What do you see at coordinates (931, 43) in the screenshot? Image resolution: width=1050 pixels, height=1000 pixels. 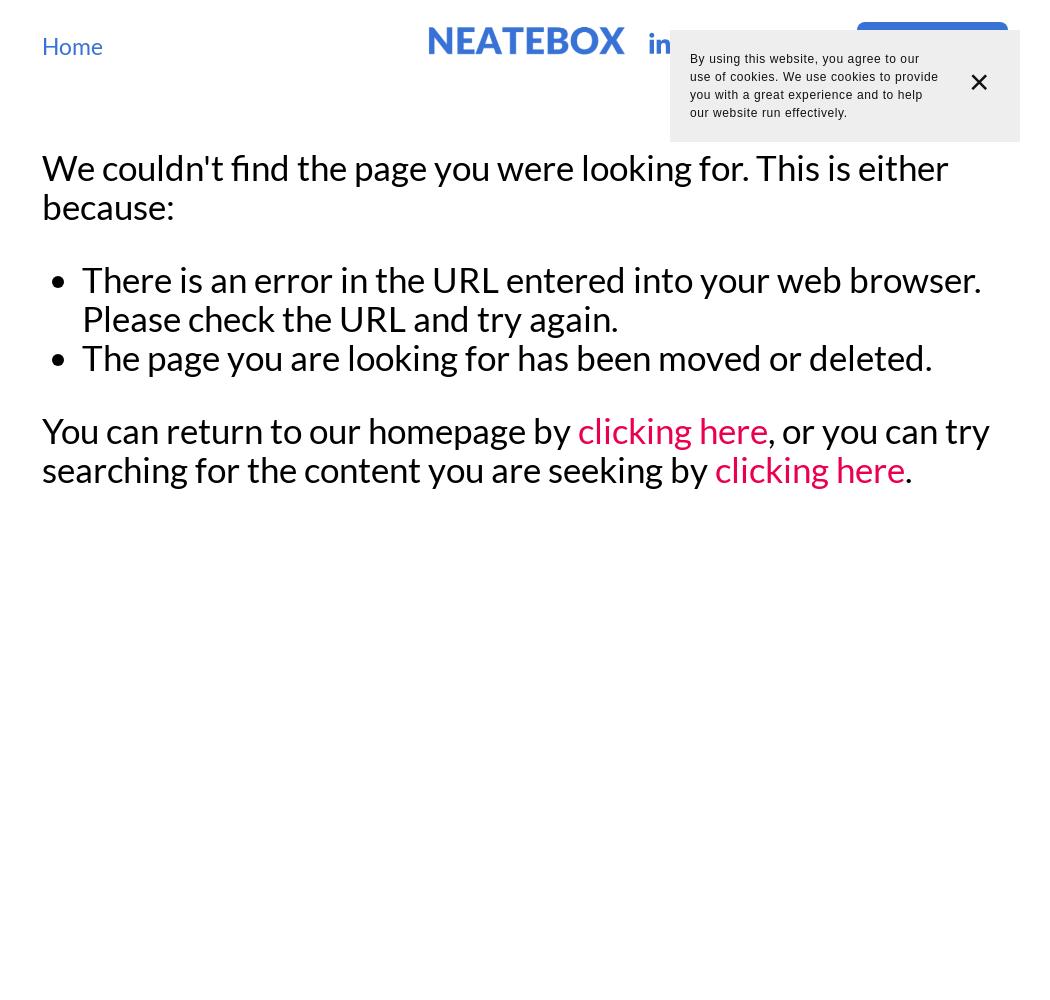 I see `'Get in touch'` at bounding box center [931, 43].